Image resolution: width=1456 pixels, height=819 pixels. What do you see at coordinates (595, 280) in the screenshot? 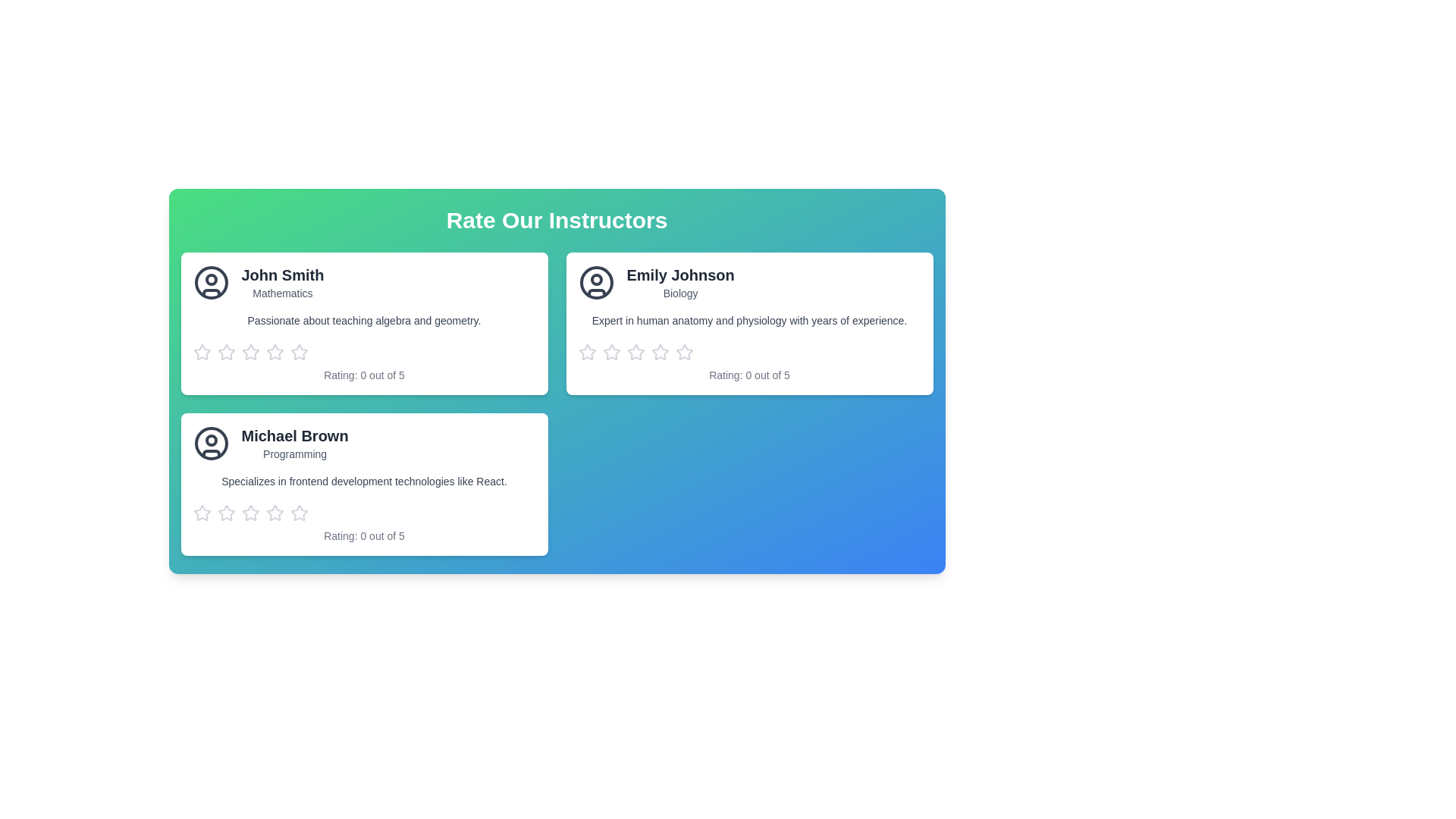
I see `the small circle graphical feature located within the avatar icon adjacent to 'Emily Johnson' in the 'Rate Our Instructors' section` at bounding box center [595, 280].